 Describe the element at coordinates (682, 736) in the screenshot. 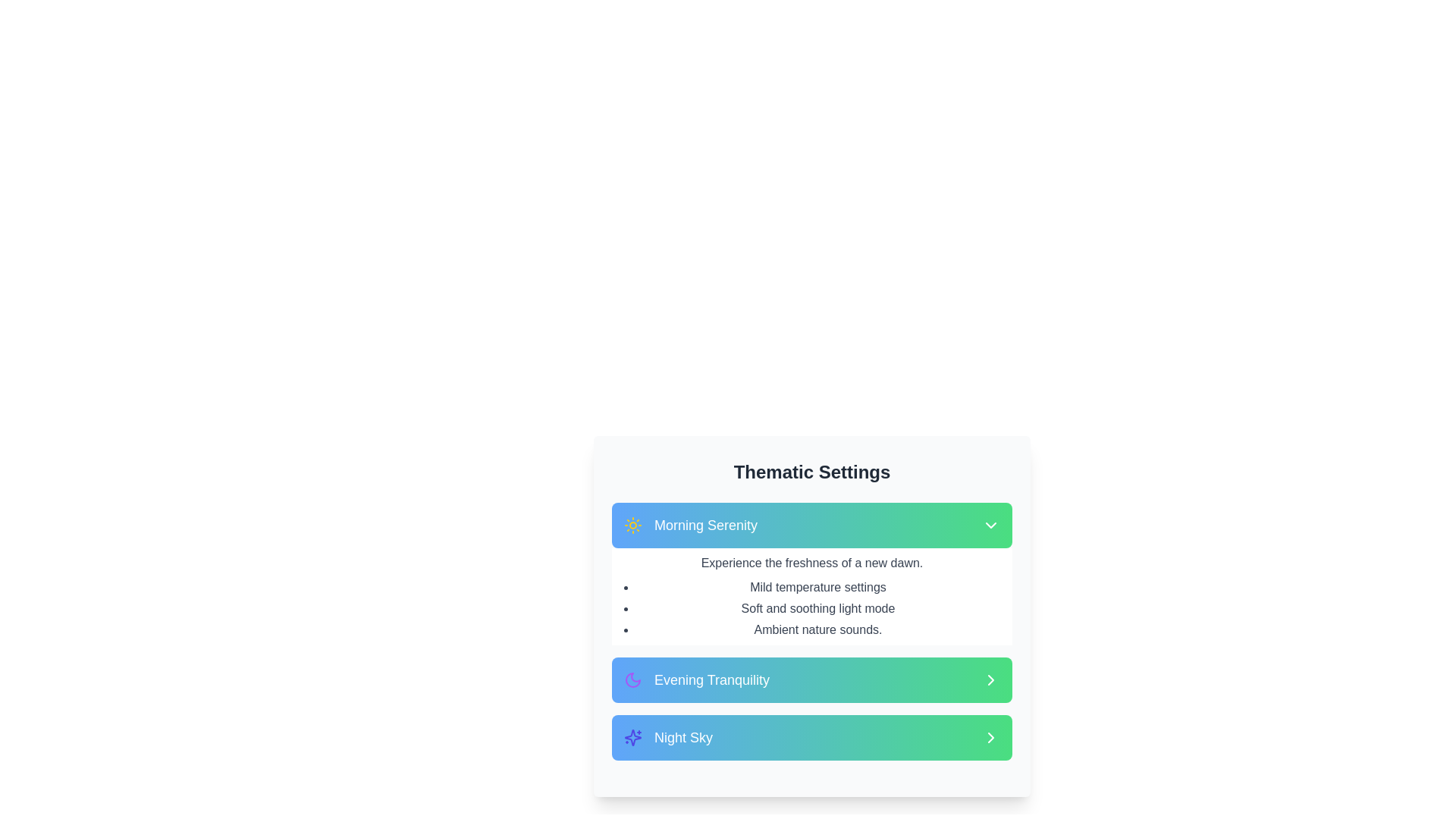

I see `the label for the third theme option, 'Night Sky', in the thematic settings panel, located on the bottom row adjacent to the stars icon` at that location.